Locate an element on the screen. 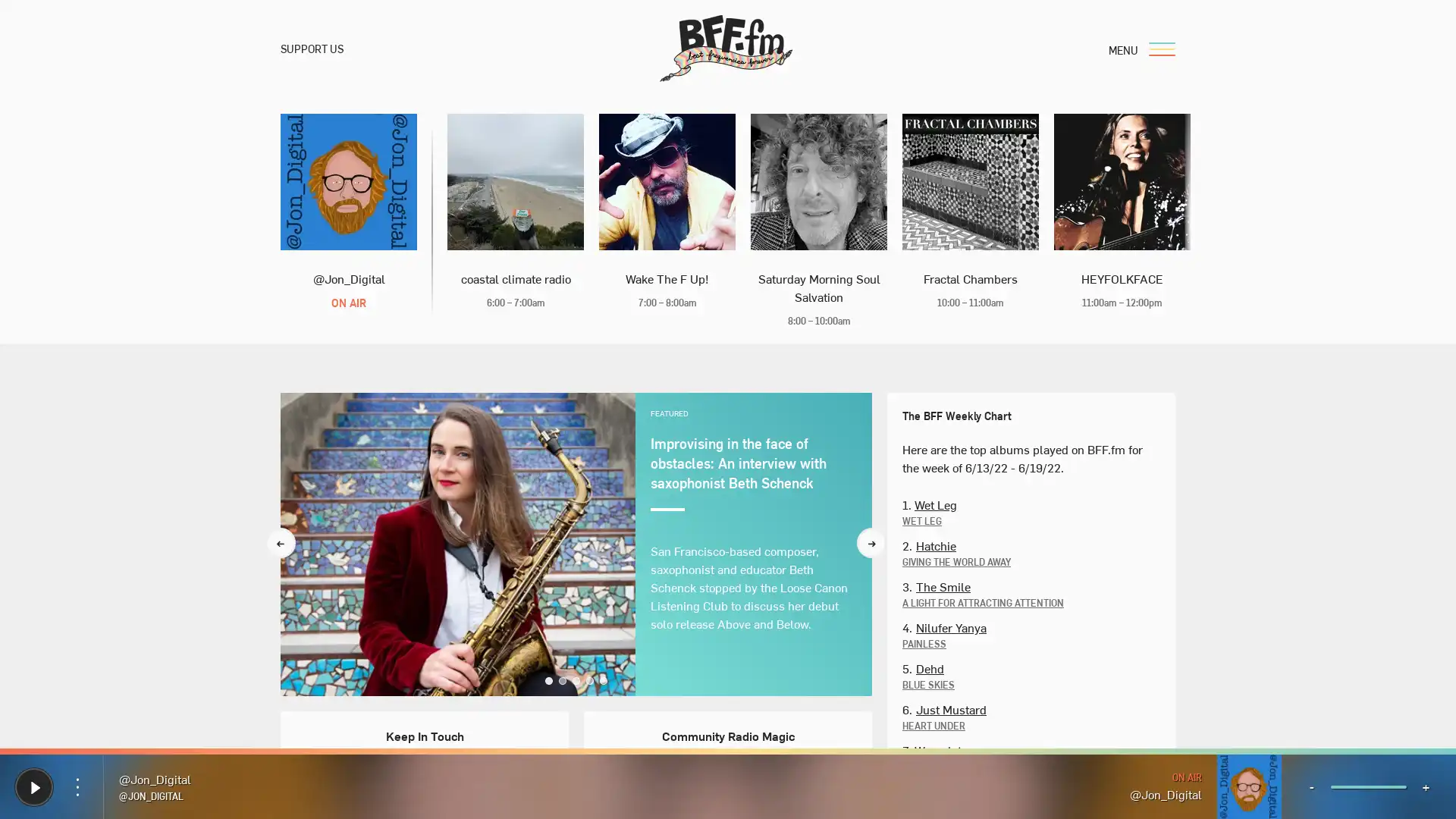 The image size is (1456, 819). Donate is located at coordinates (49, 748).